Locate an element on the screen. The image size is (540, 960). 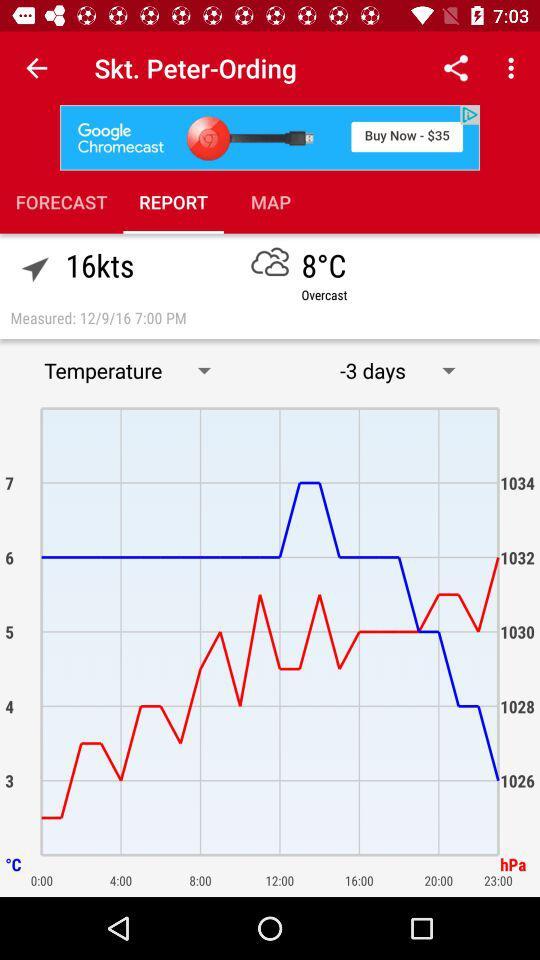
give advertisement information is located at coordinates (270, 136).